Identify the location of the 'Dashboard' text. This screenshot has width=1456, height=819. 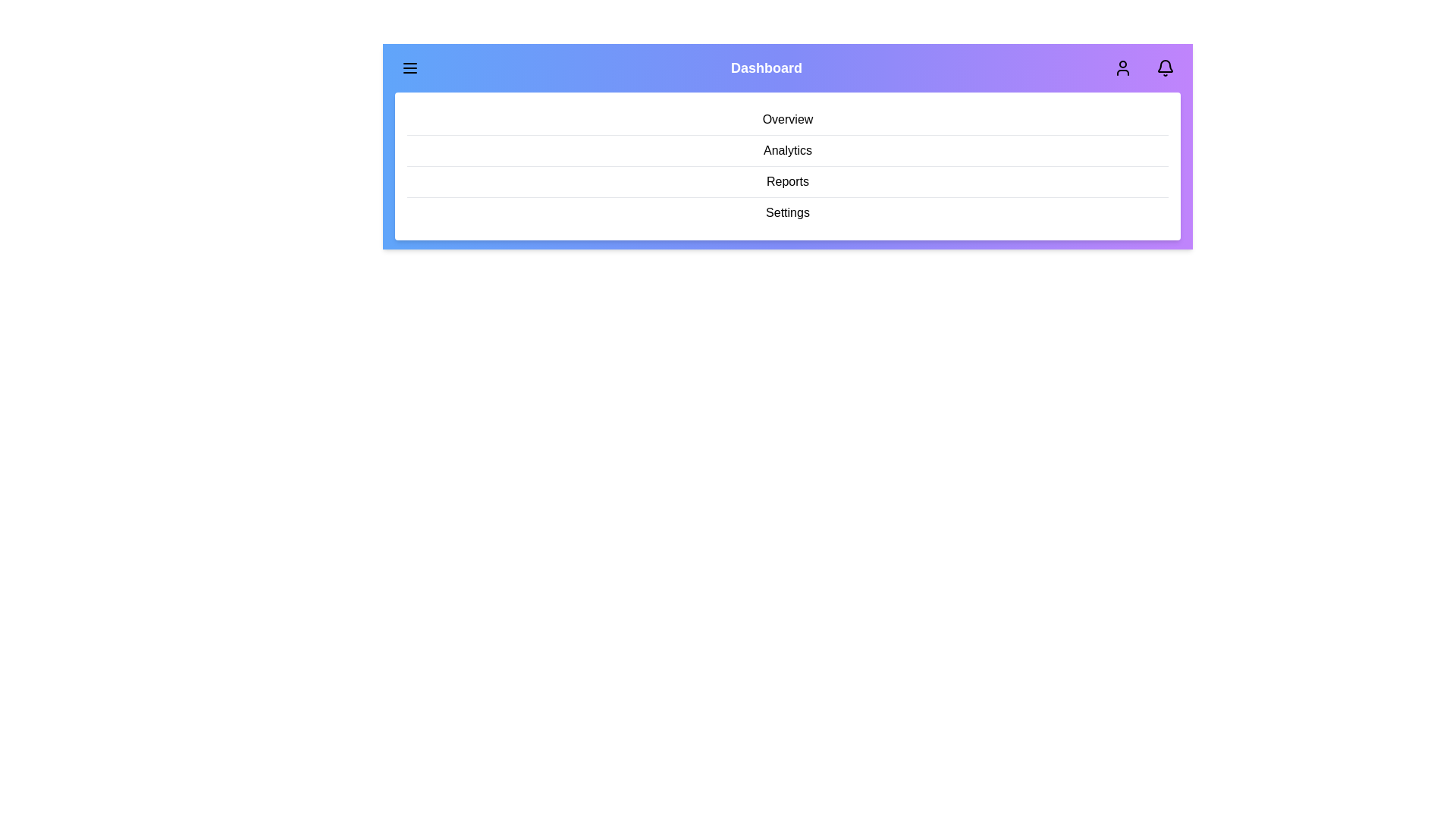
(767, 67).